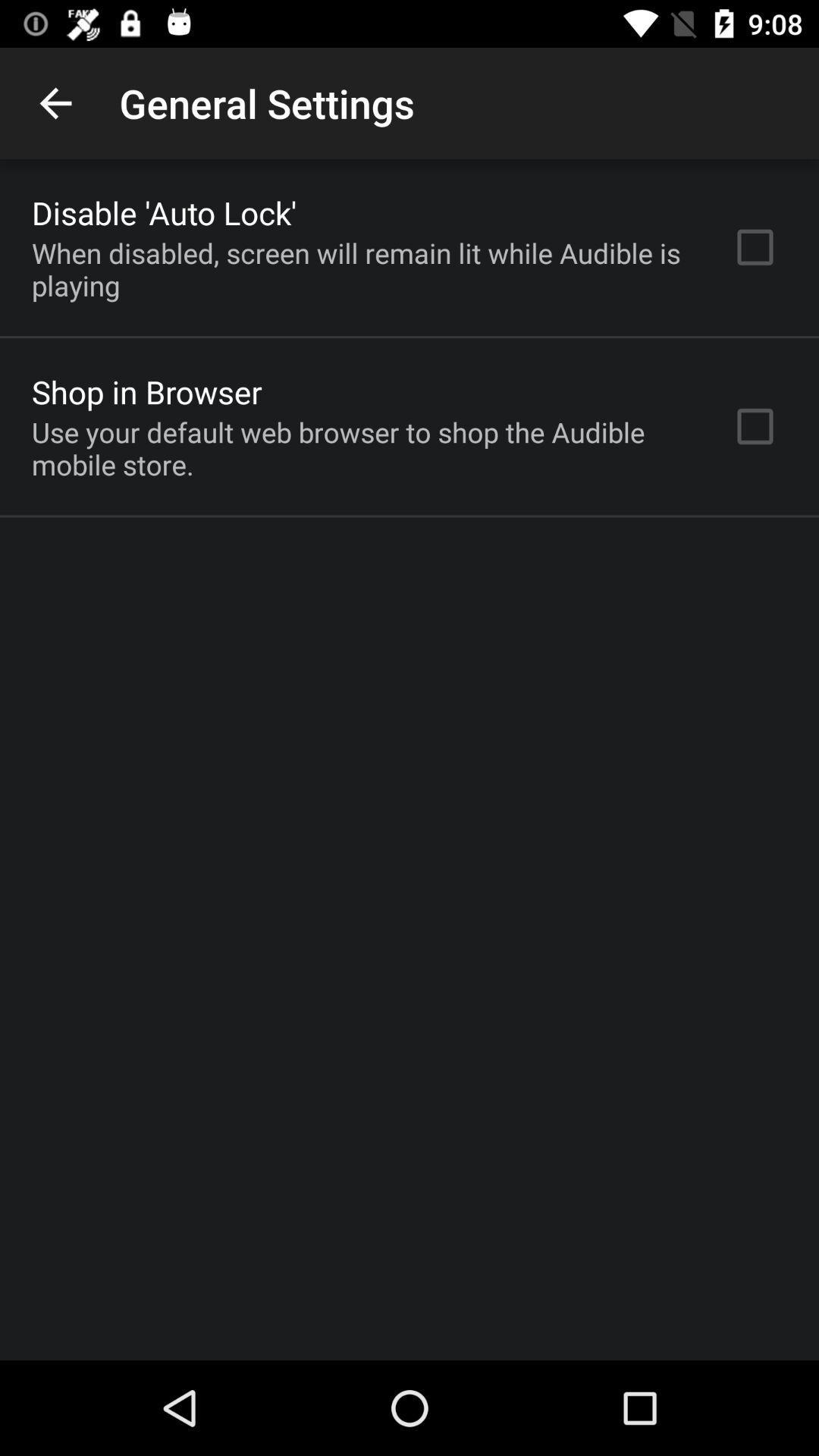  What do you see at coordinates (164, 212) in the screenshot?
I see `the disable 'auto lock' item` at bounding box center [164, 212].